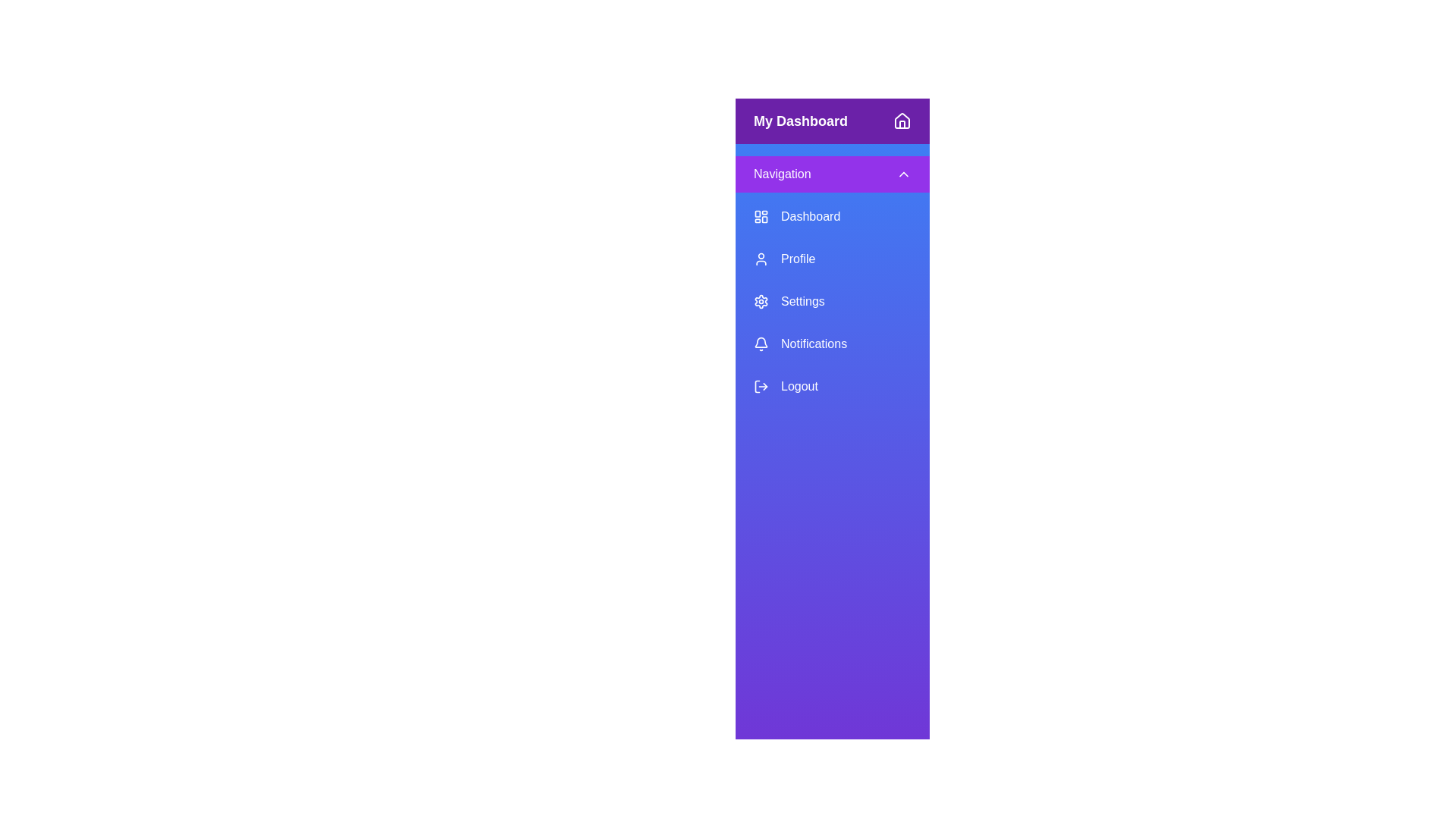 This screenshot has height=819, width=1456. What do you see at coordinates (782, 174) in the screenshot?
I see `the Text Label that serves as the title for the navigation menu, located at the upper-left corner of the header, to provide context for navigation` at bounding box center [782, 174].